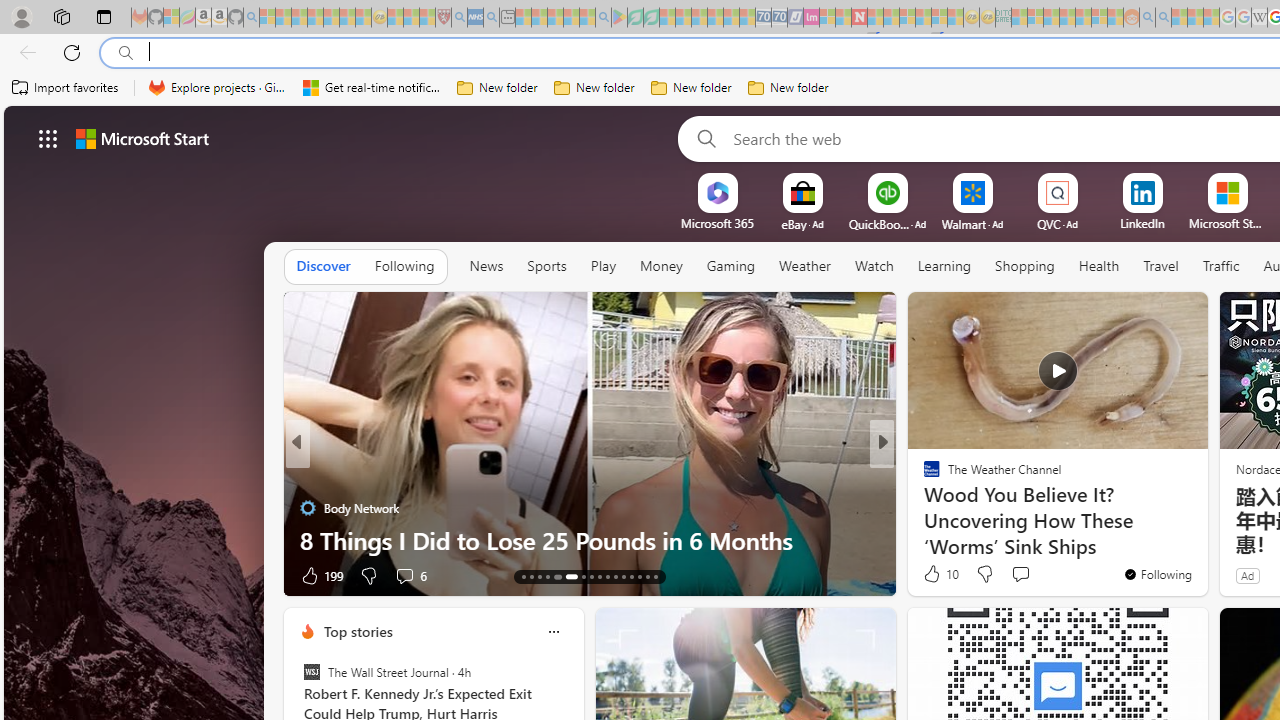 The height and width of the screenshot is (720, 1280). I want to click on 'EatingWell', so click(922, 475).